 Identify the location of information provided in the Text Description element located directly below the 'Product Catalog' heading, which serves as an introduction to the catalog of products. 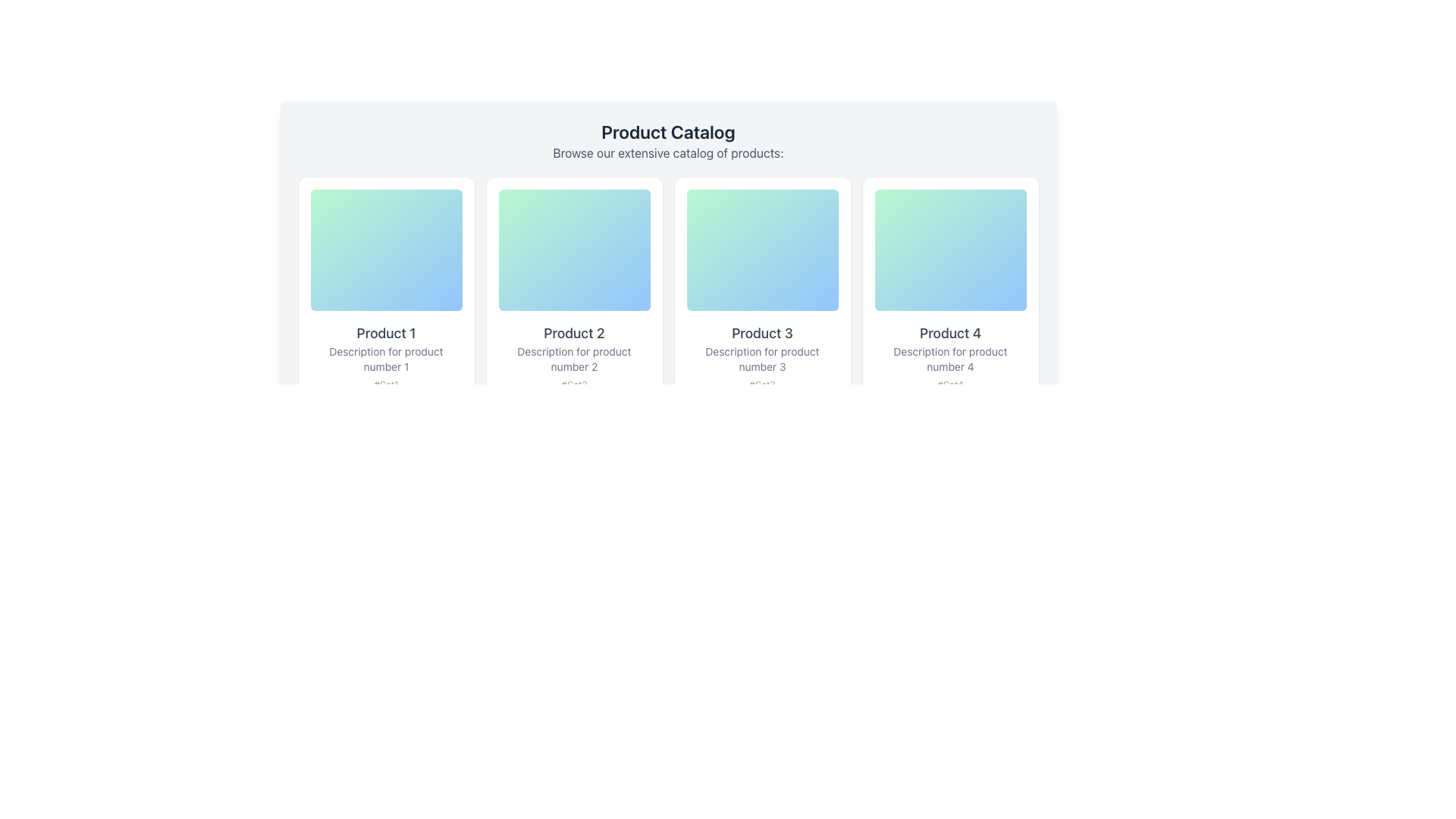
(667, 152).